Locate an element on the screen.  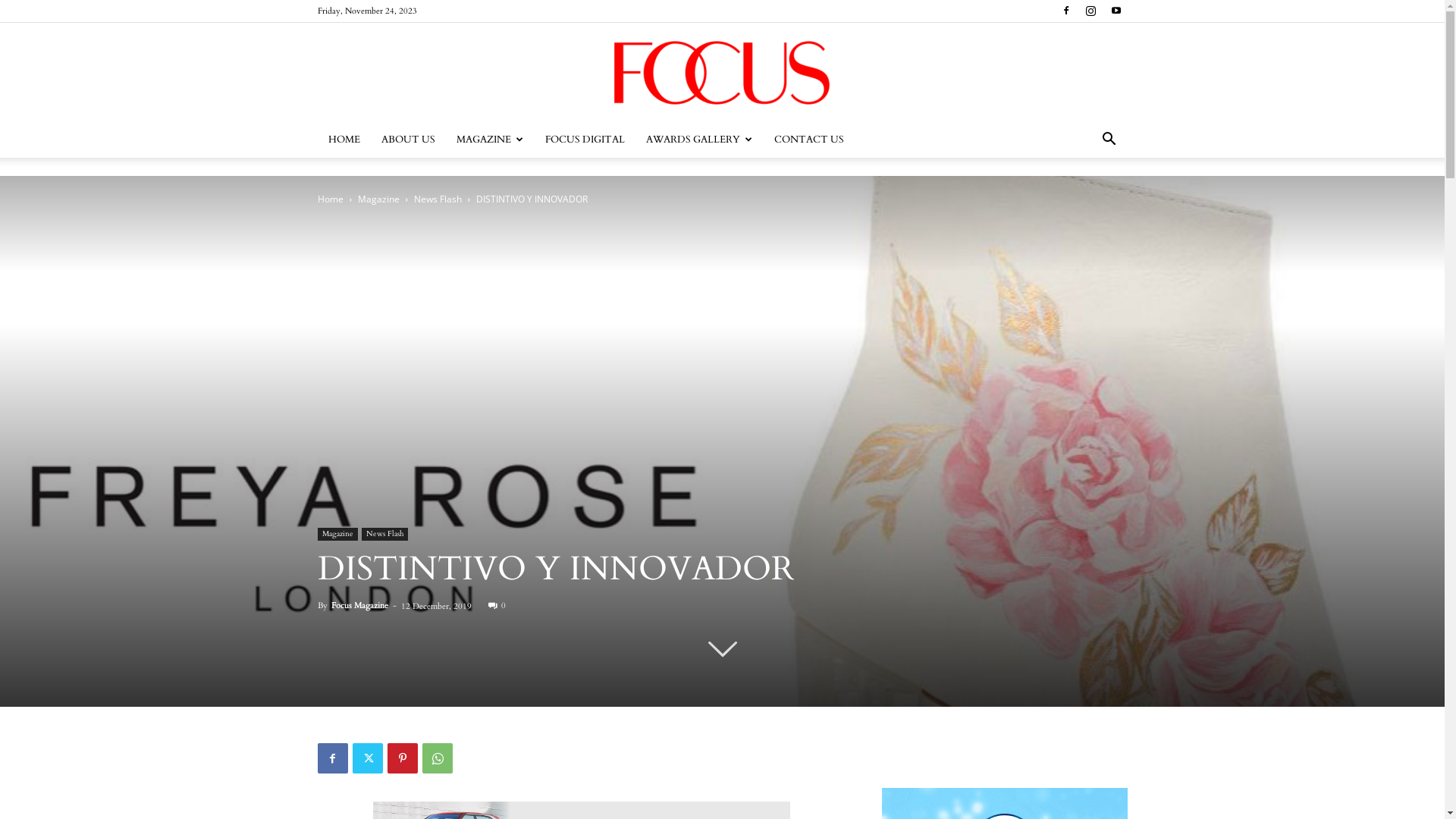
'FOCUS DIGITAL' is located at coordinates (534, 140).